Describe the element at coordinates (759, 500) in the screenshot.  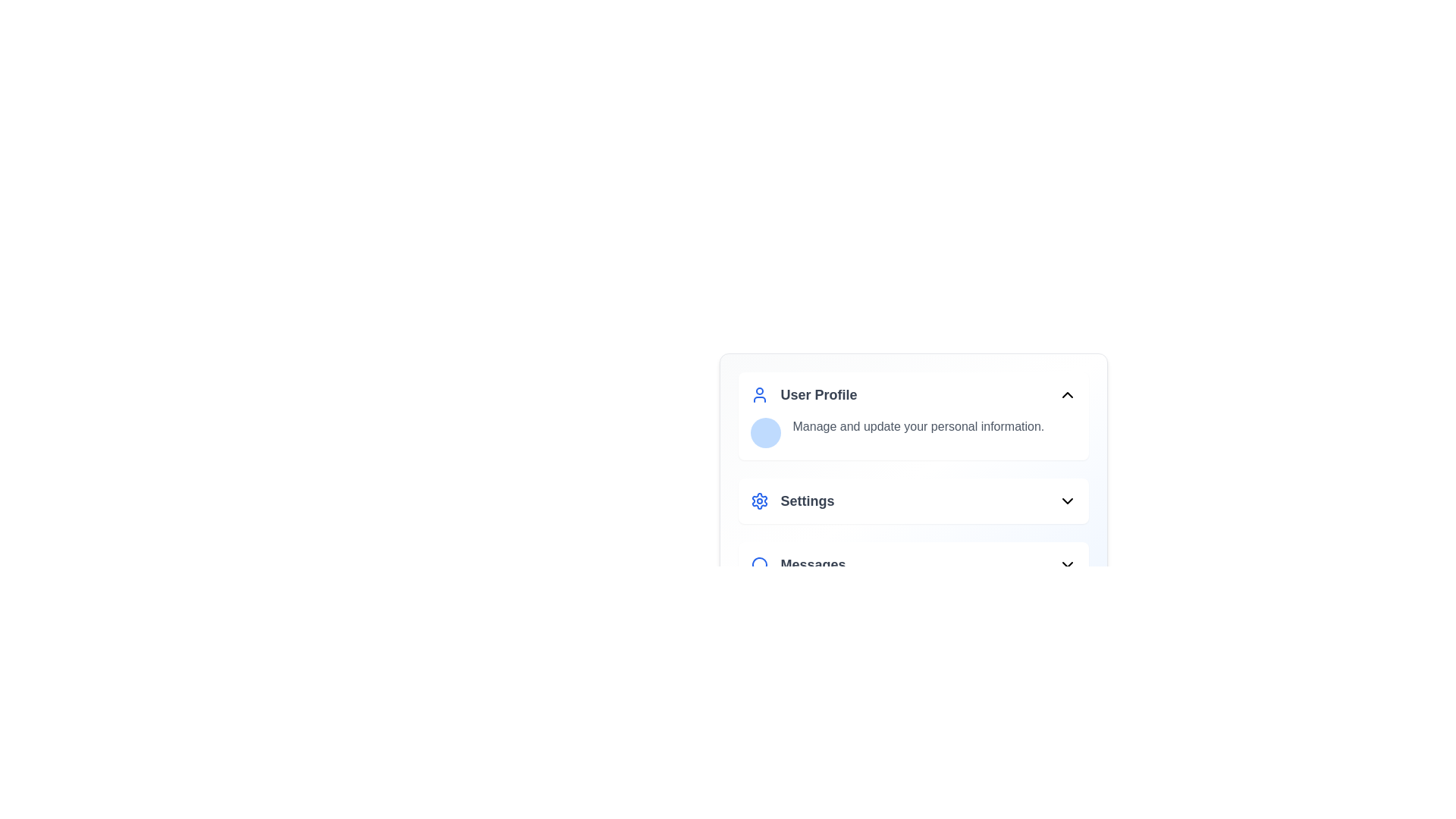
I see `the gear-shaped icon with a blue outline, which is centrally positioned within the gear and located to the left of the 'Settings' label in the menu section` at that location.